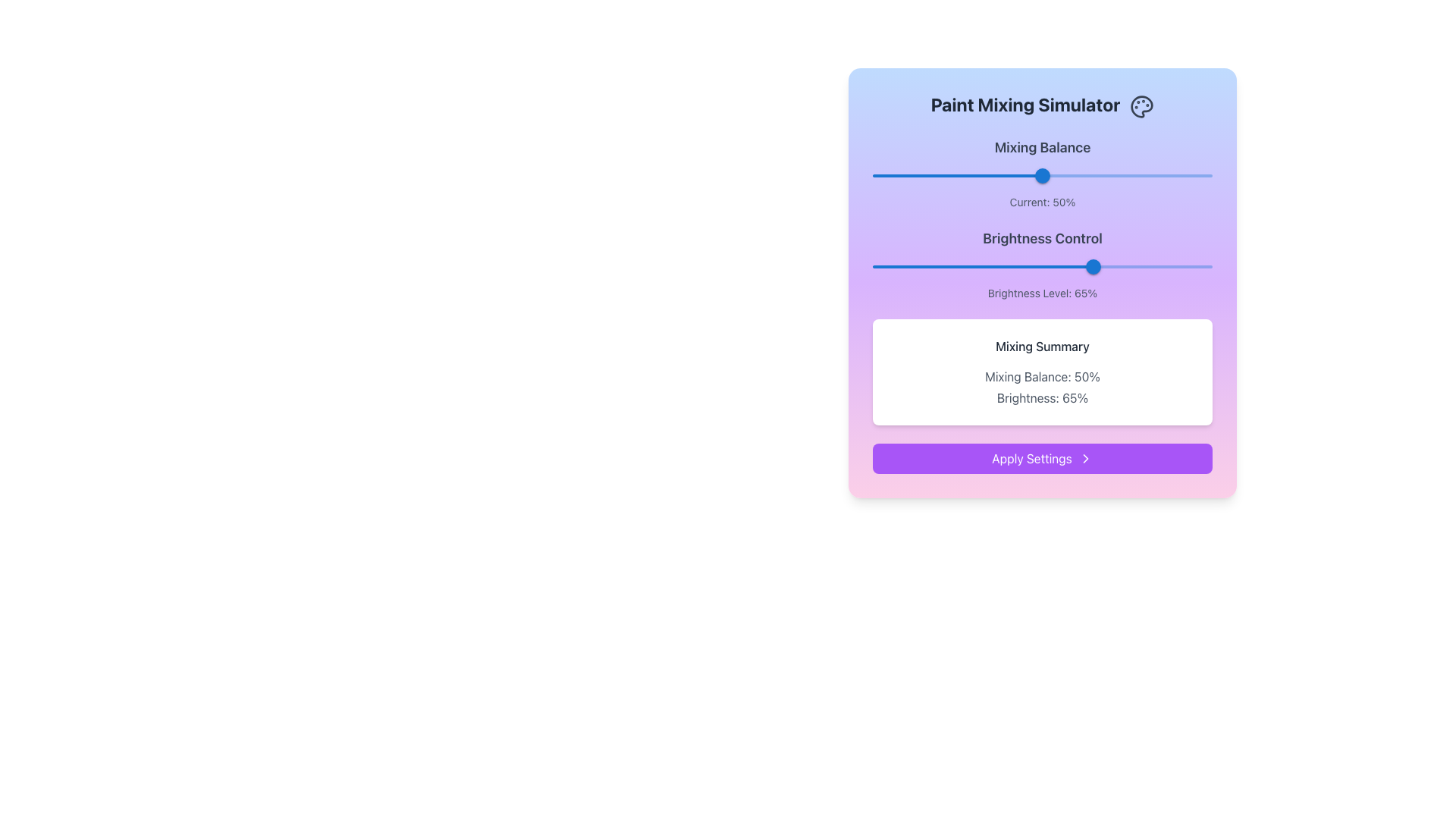  What do you see at coordinates (1015, 265) in the screenshot?
I see `the Brightness Control slider` at bounding box center [1015, 265].